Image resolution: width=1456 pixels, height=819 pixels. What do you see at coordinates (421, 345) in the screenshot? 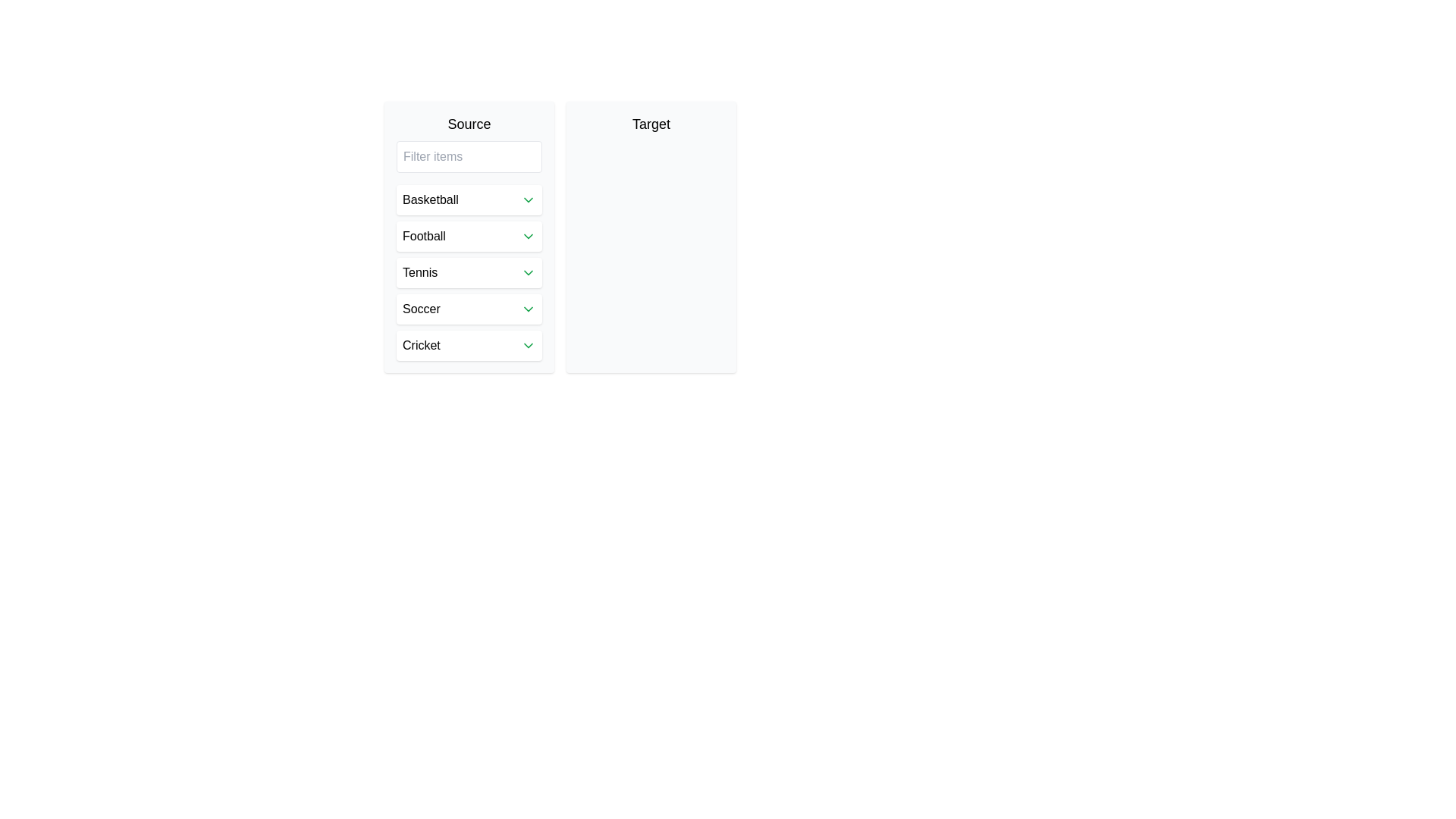
I see `the 'Cricket' text label, which is the last item in a list of sports options including 'Basketball' and 'Football'` at bounding box center [421, 345].